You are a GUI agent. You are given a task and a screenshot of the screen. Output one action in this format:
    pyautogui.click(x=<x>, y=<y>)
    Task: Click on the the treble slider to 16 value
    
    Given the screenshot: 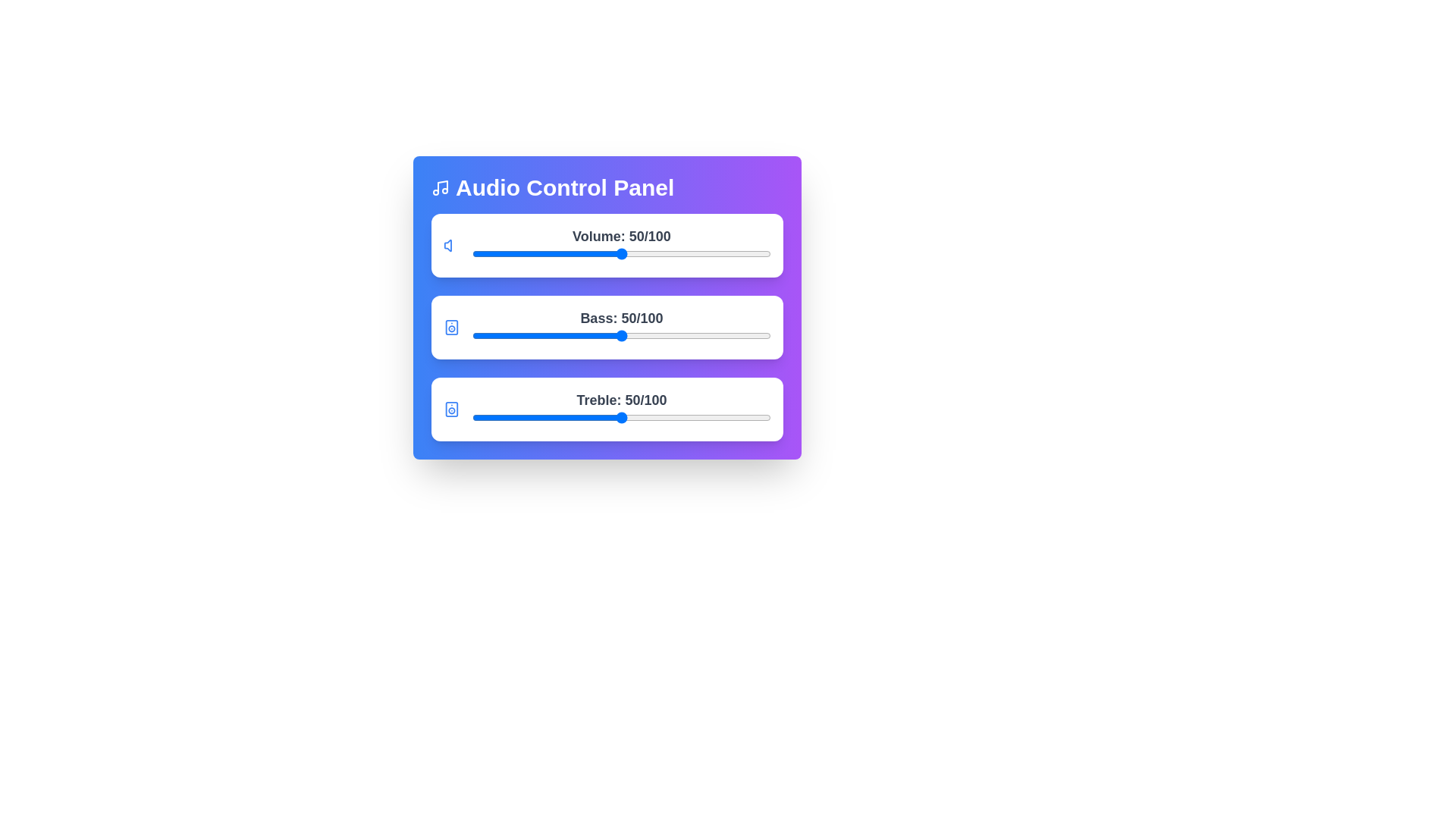 What is the action you would take?
    pyautogui.click(x=520, y=418)
    